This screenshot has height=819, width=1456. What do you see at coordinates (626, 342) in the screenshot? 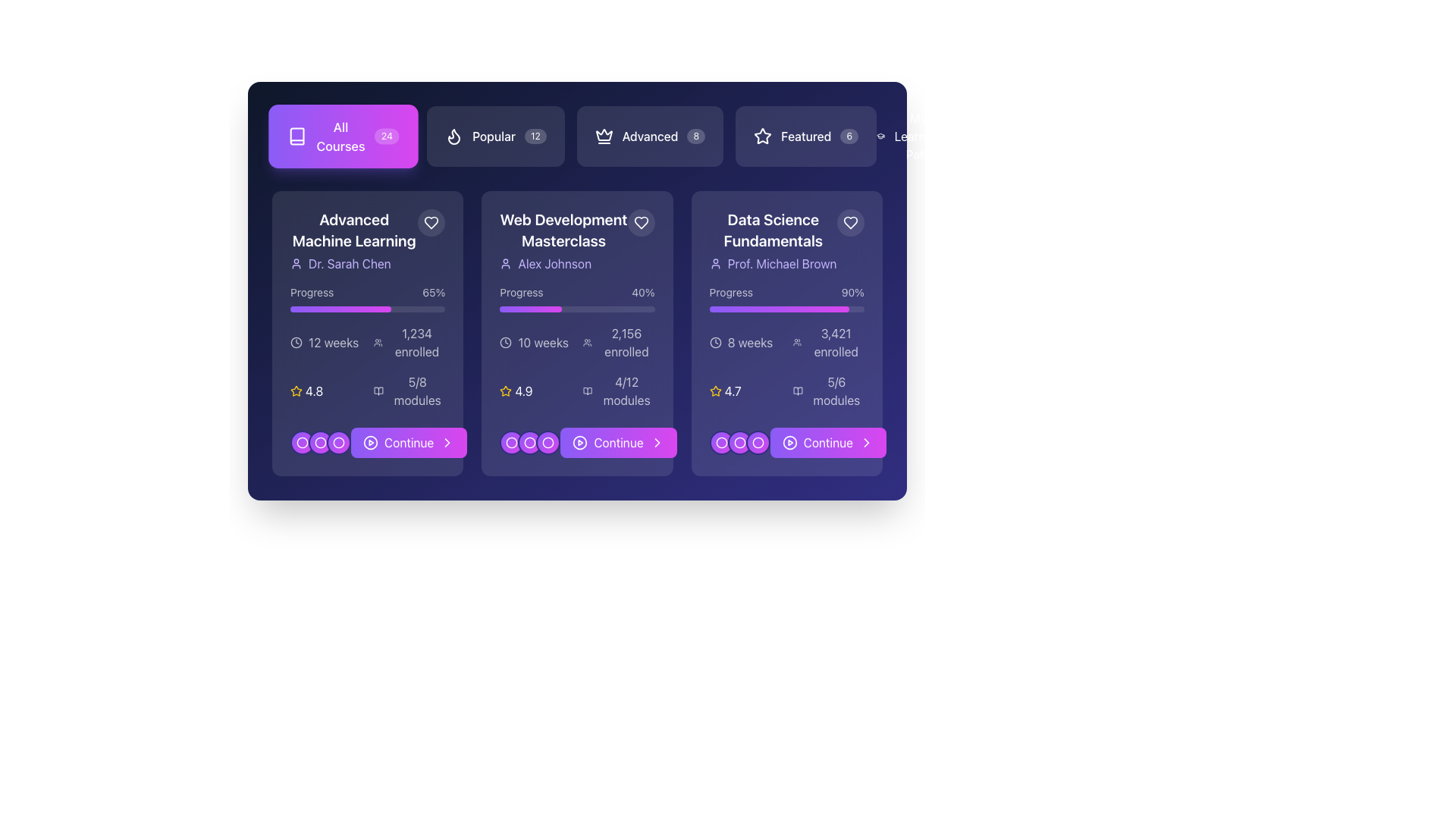
I see `the text label displaying '2,156 enrolled' located in the second card of the course list, positioned right of the duration information and above the course module count` at bounding box center [626, 342].